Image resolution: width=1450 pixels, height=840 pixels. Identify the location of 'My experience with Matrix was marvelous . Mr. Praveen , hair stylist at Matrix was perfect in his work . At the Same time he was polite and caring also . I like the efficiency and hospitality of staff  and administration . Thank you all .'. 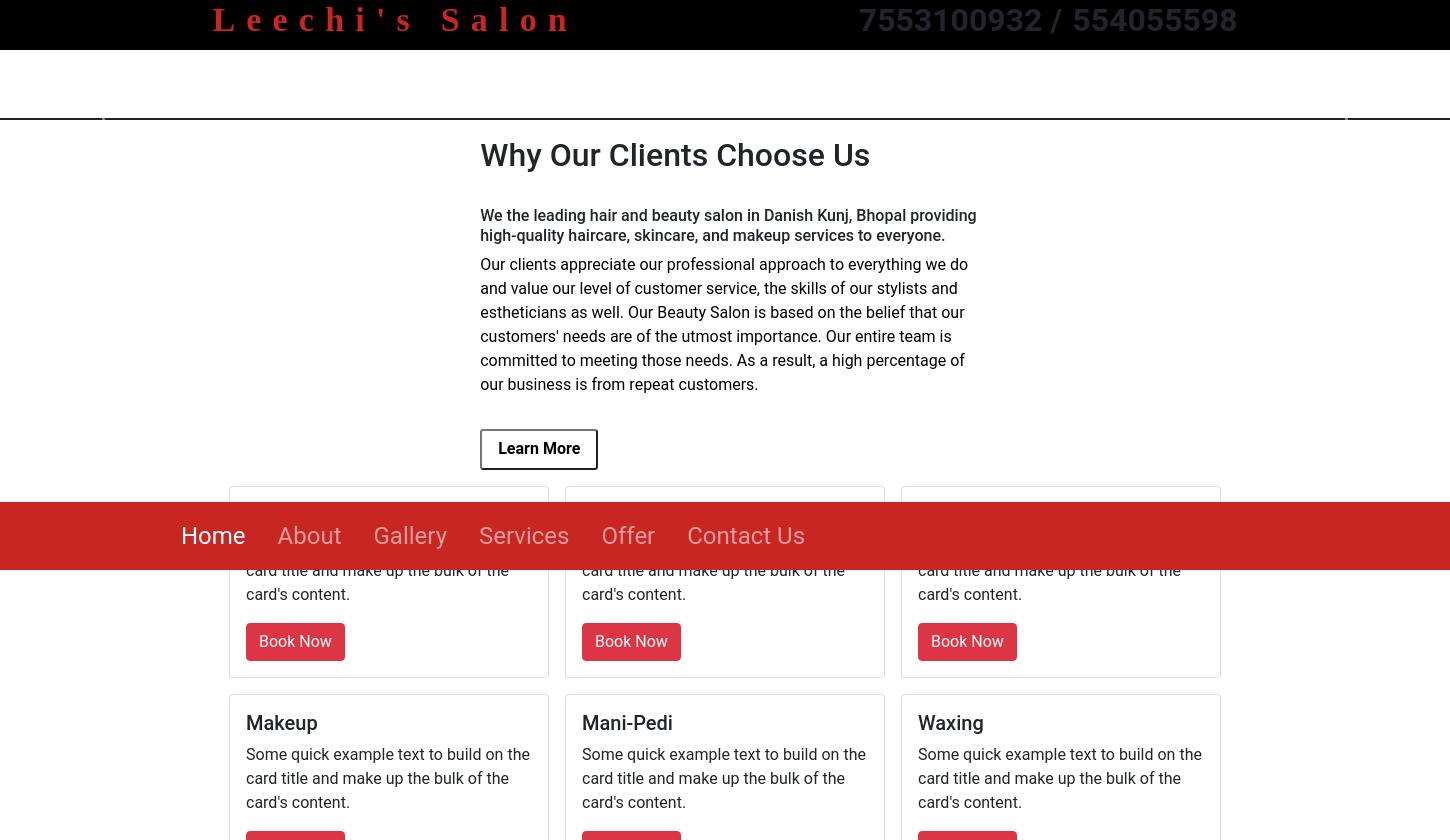
(1155, 781).